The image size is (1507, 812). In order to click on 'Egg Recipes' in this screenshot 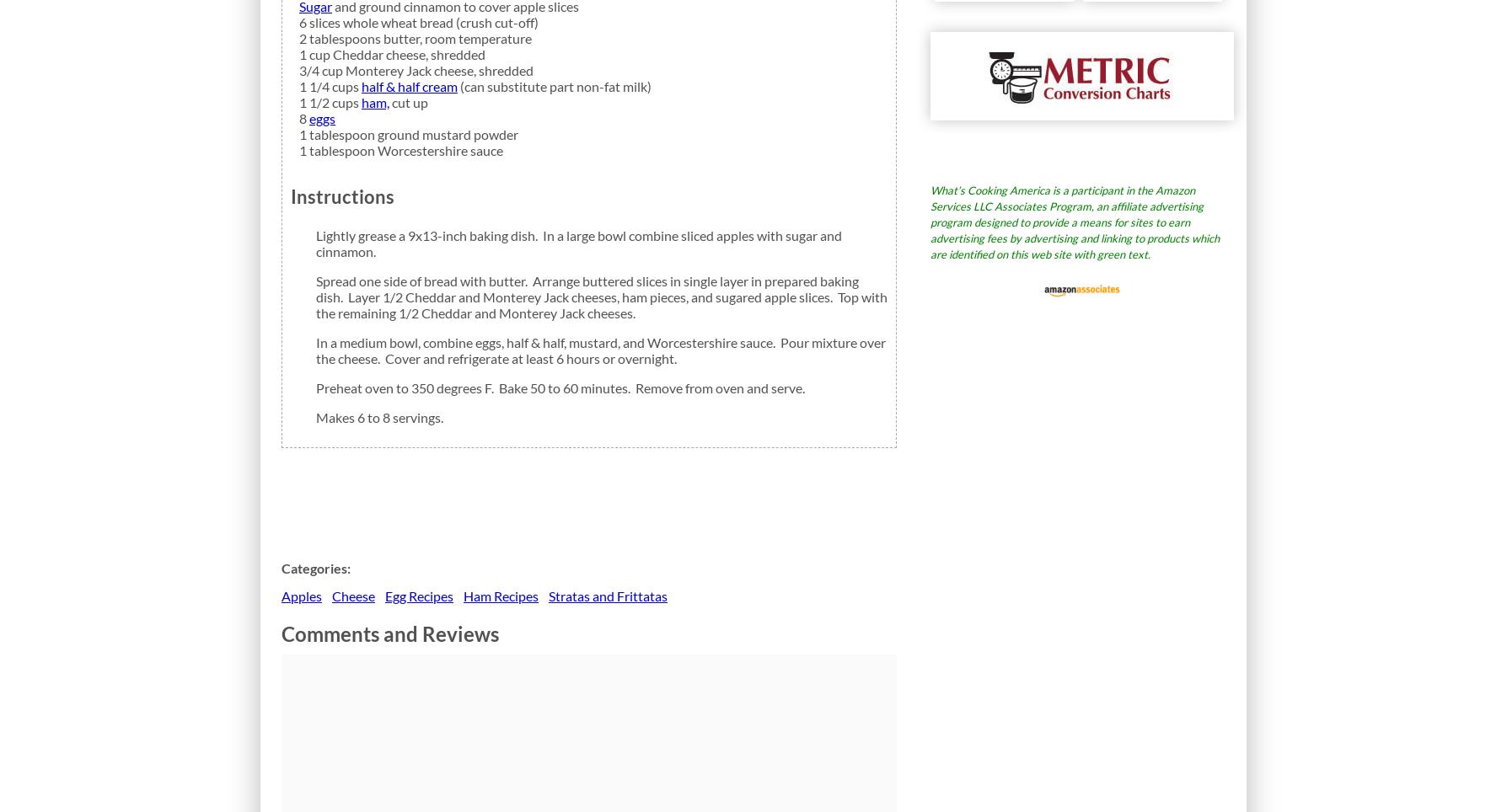, I will do `click(419, 596)`.